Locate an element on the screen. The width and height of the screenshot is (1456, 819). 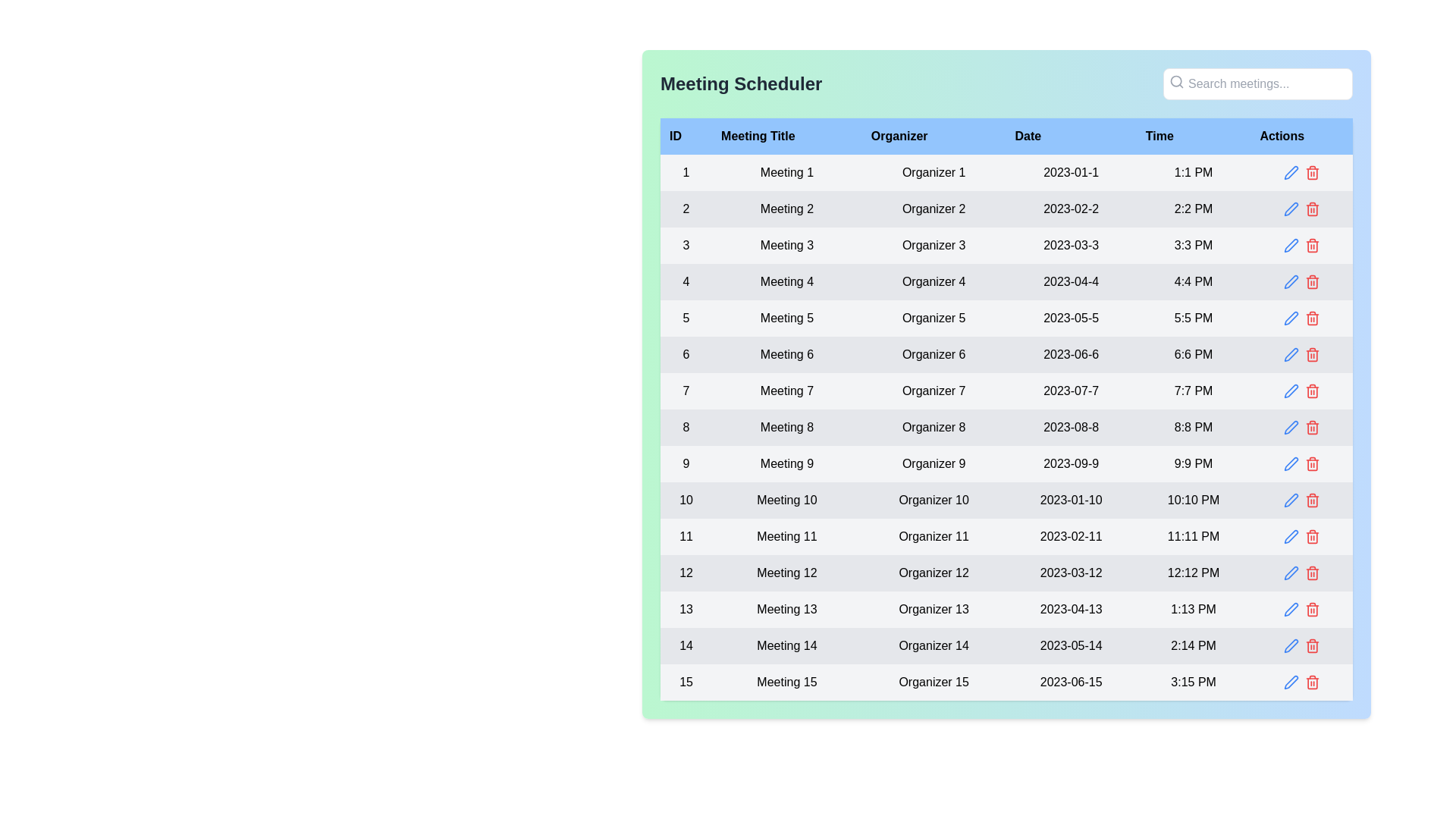
the edit button located in the 'Actions' column of the 12th row in the table is located at coordinates (1290, 573).